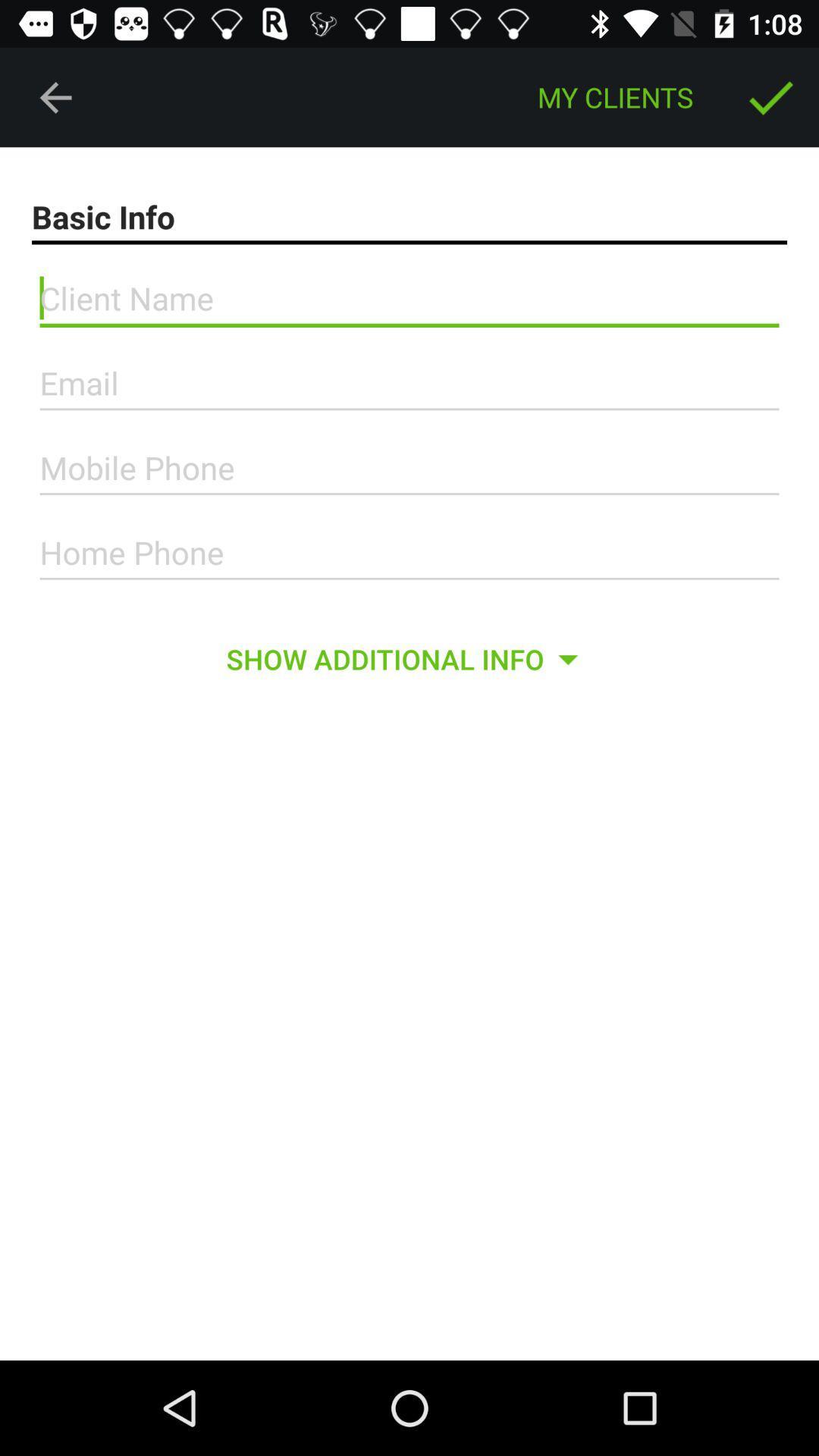  I want to click on text area for home phone number, so click(409, 552).